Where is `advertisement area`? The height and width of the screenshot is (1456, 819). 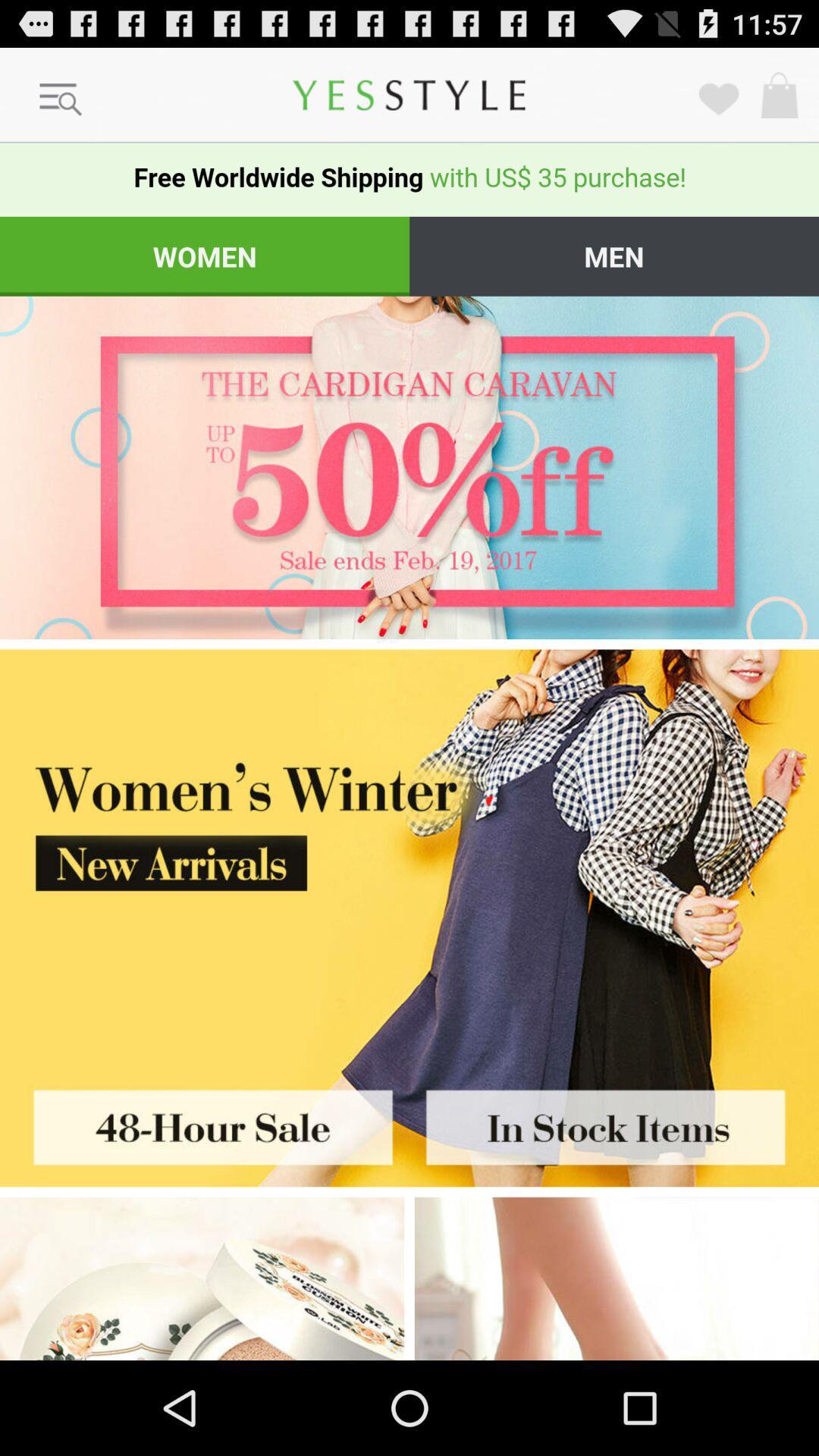
advertisement area is located at coordinates (617, 1278).